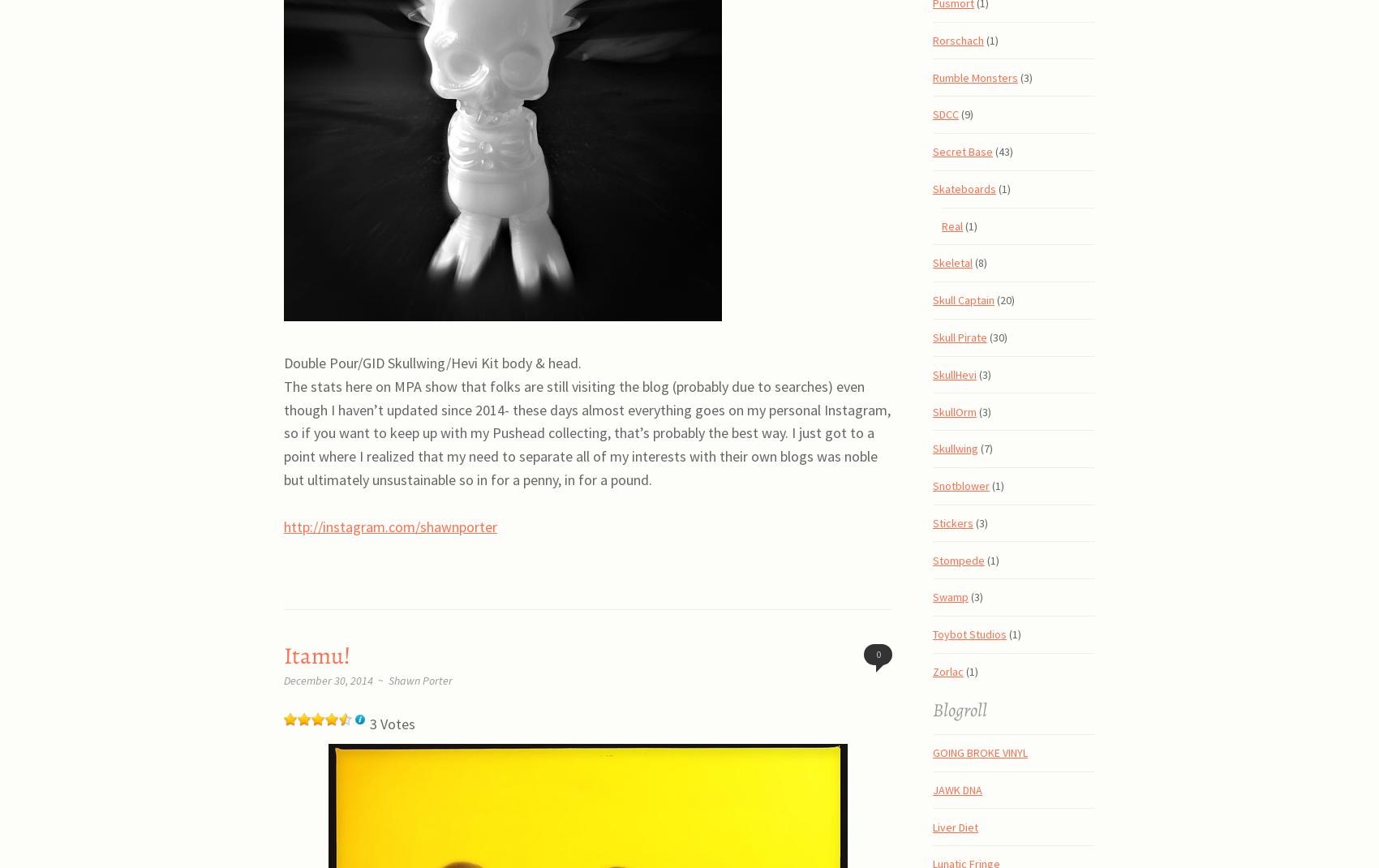 This screenshot has width=1379, height=868. Describe the element at coordinates (1002, 151) in the screenshot. I see `'(43)'` at that location.